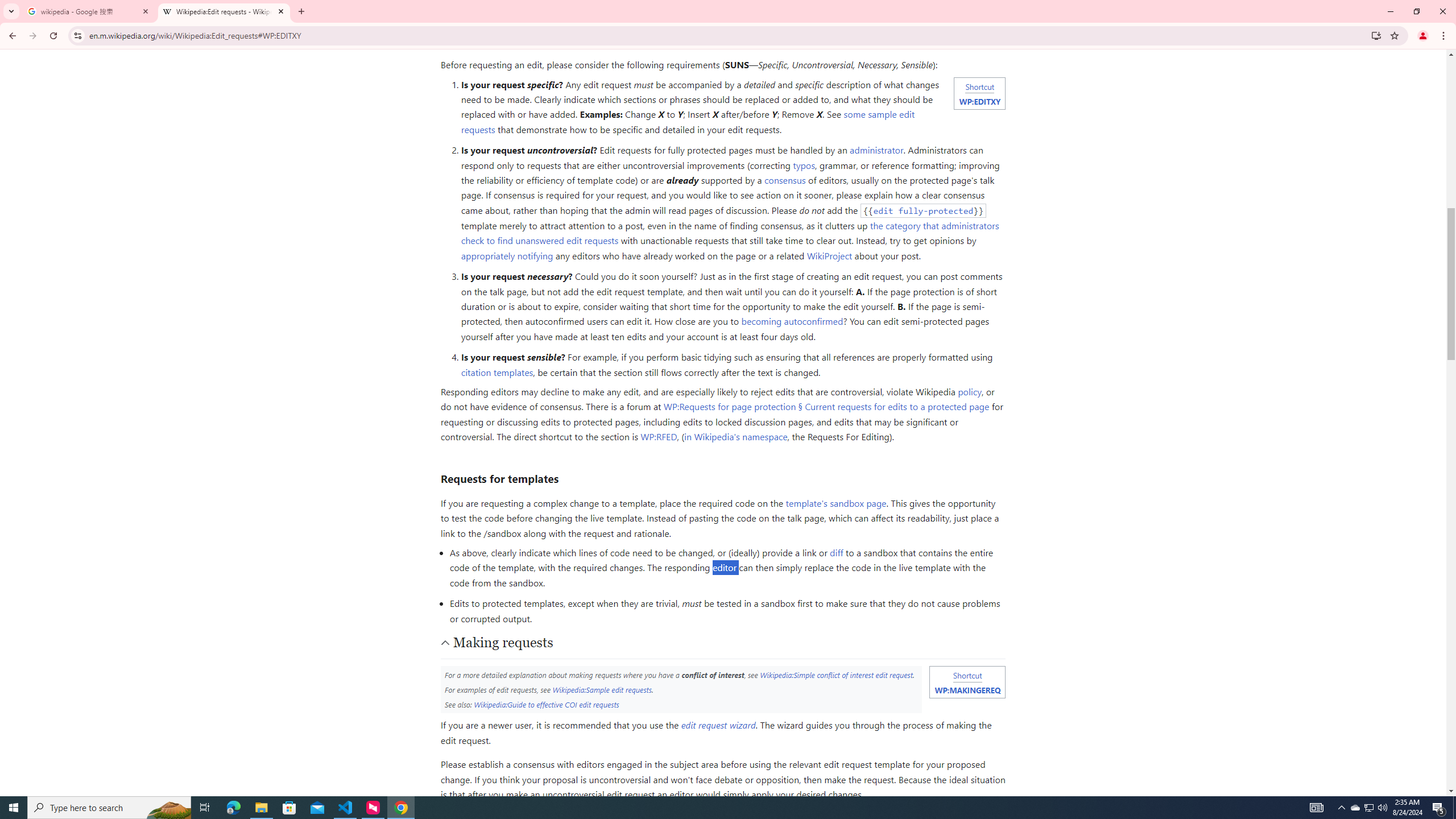 This screenshot has width=1456, height=819. Describe the element at coordinates (224, 11) in the screenshot. I see `'Wikipedia:Edit requests - Wikipedia'` at that location.